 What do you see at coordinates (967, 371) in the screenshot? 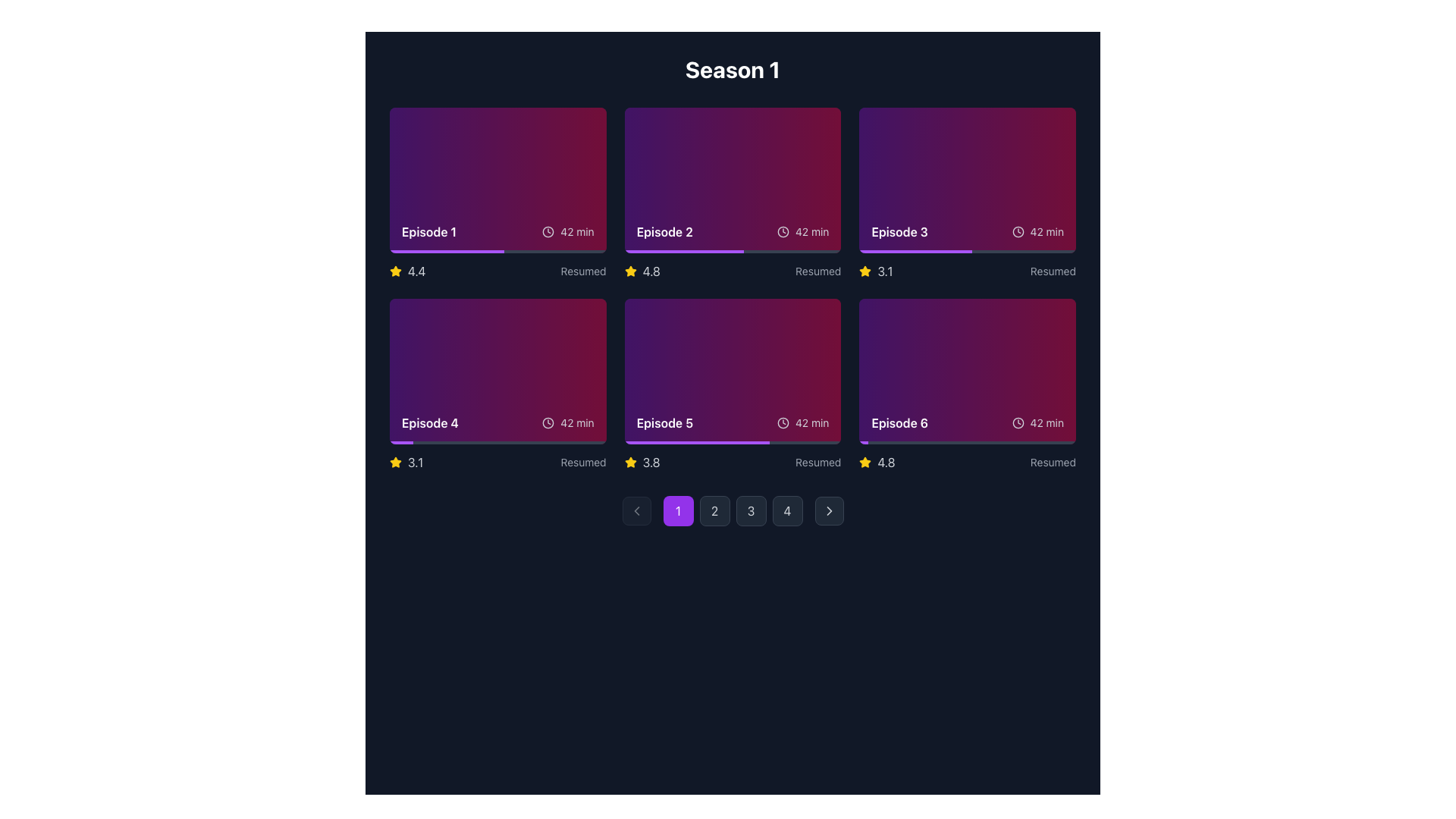
I see `the selection card for episode 6 located at the bottom-right of the second row in the episode grid layout` at bounding box center [967, 371].